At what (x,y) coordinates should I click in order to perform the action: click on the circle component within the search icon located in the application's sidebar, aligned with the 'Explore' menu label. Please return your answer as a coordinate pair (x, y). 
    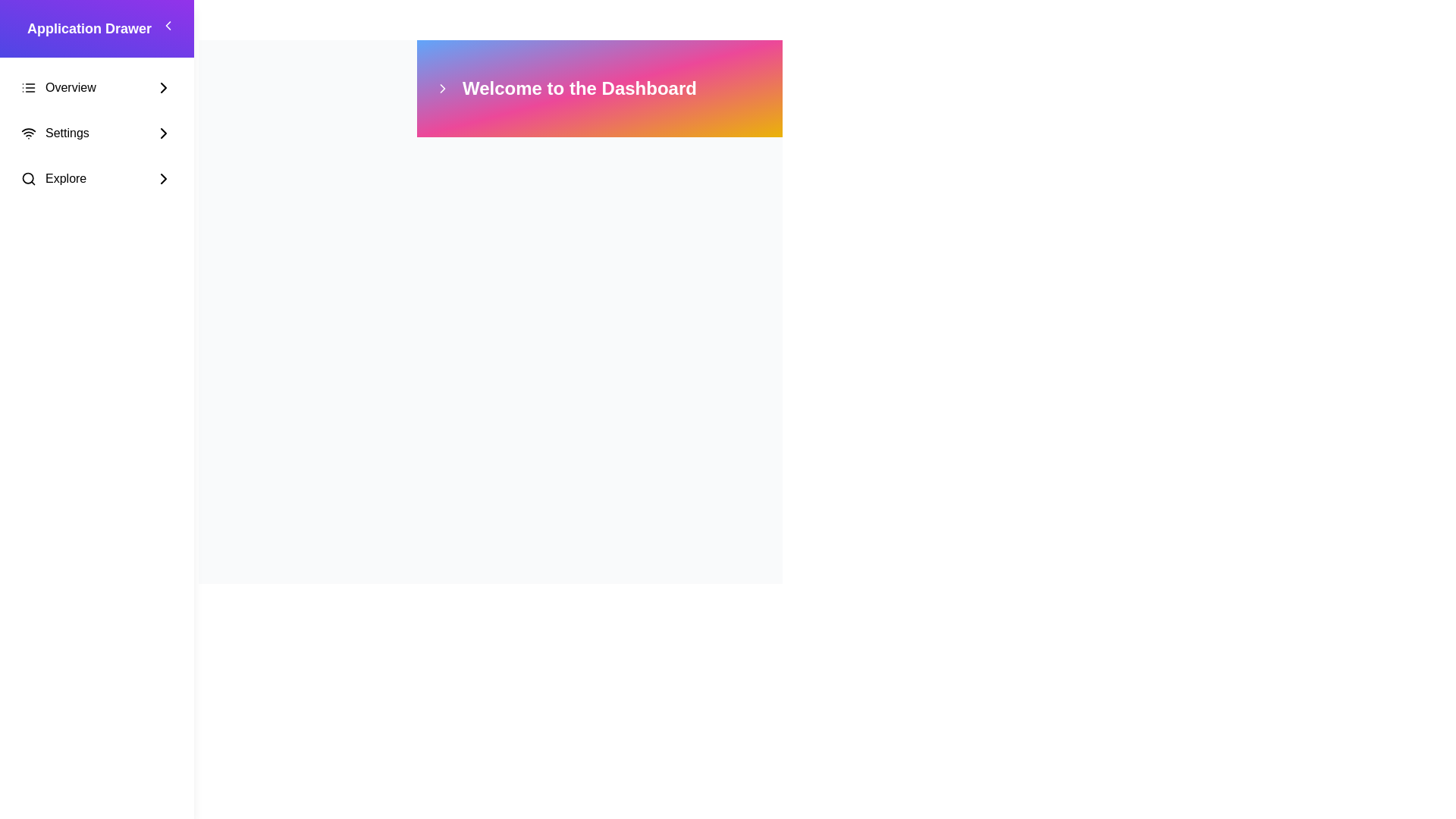
    Looking at the image, I should click on (28, 177).